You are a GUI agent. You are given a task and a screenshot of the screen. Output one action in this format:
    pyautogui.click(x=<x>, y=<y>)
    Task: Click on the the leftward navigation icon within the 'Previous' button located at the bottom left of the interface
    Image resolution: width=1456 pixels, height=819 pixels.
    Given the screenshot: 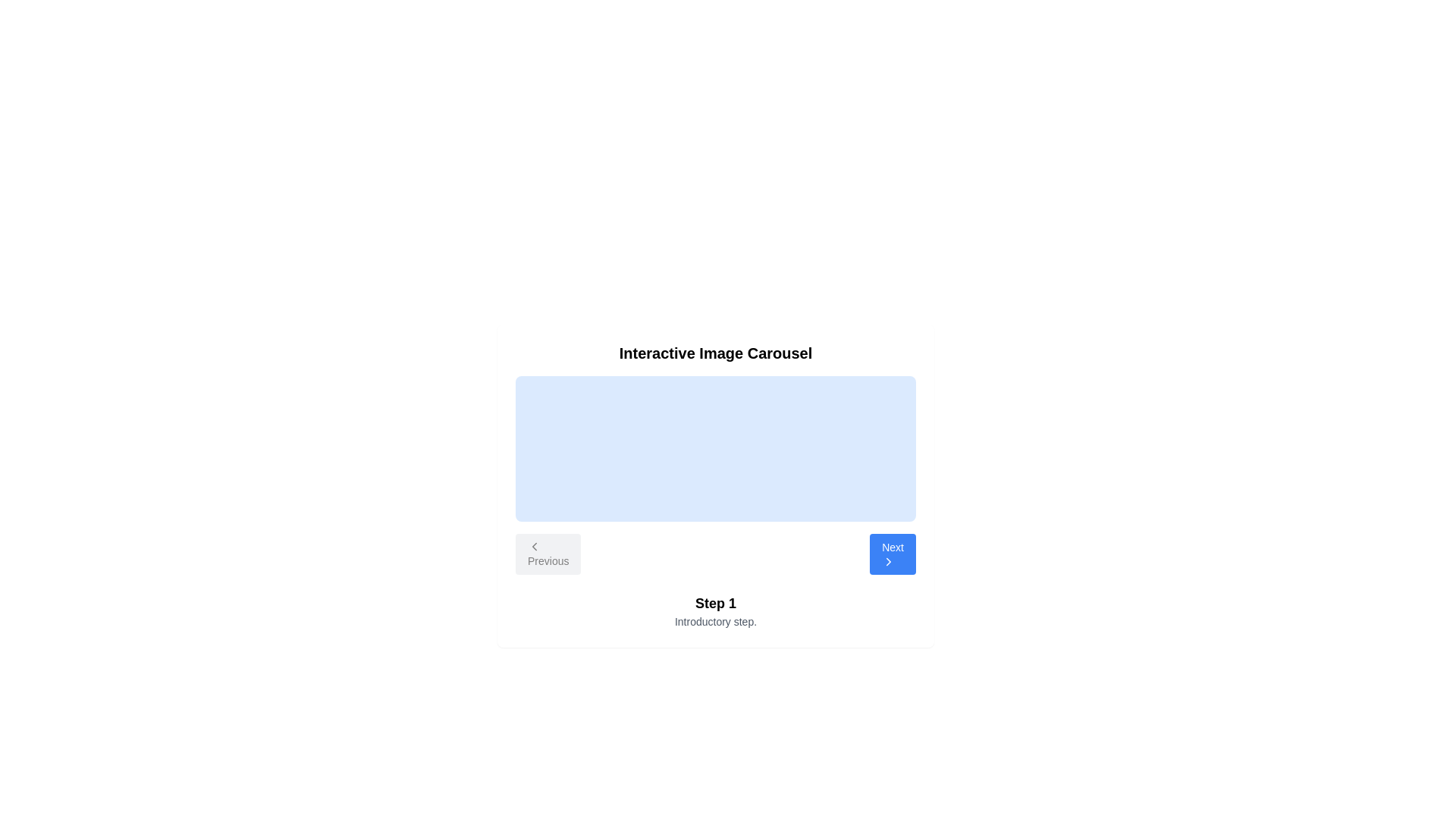 What is the action you would take?
    pyautogui.click(x=535, y=547)
    